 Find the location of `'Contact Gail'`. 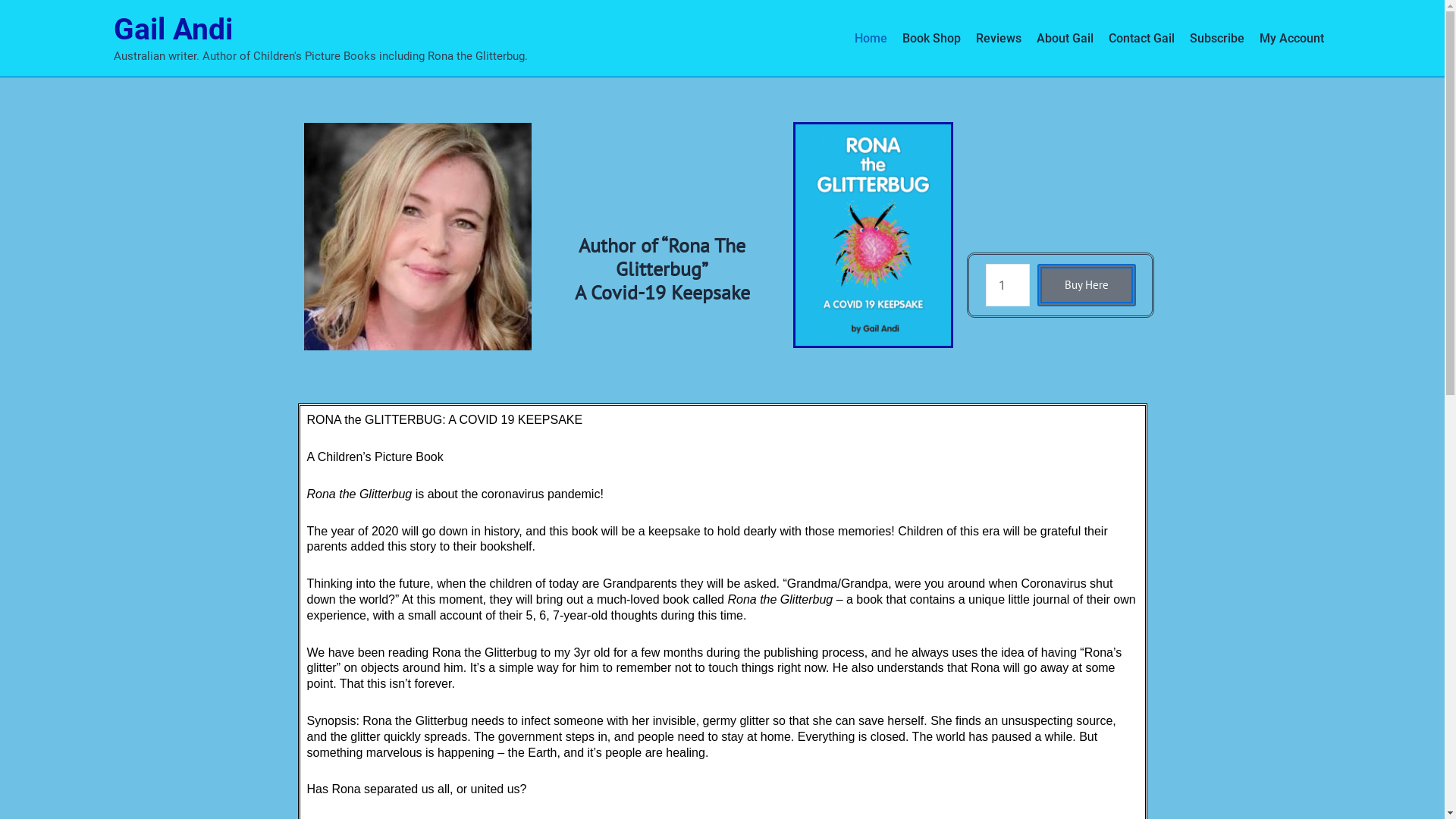

'Contact Gail' is located at coordinates (1141, 37).